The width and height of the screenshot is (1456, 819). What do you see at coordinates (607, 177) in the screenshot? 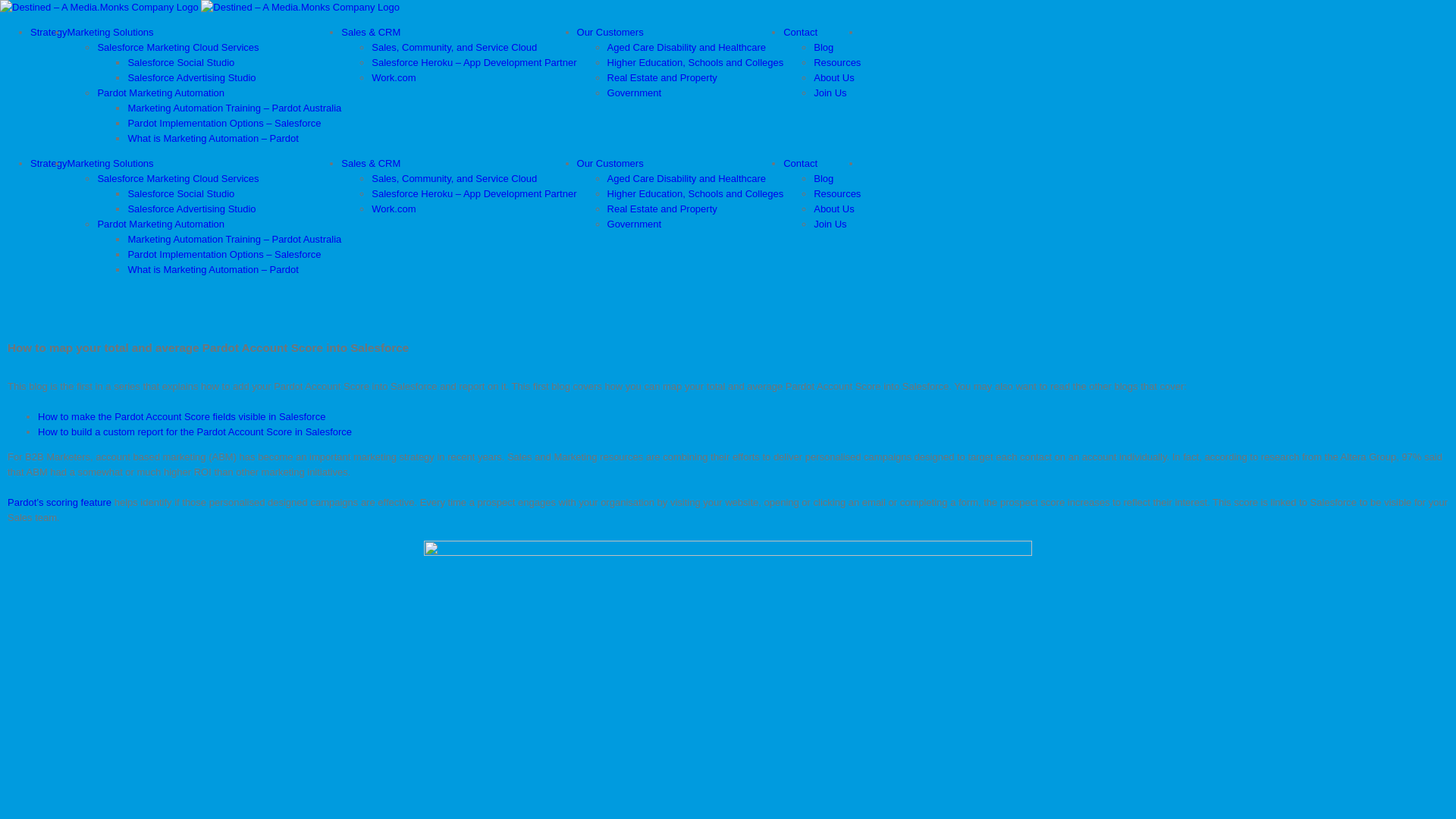
I see `'Aged Care Disability and Healthcare'` at bounding box center [607, 177].